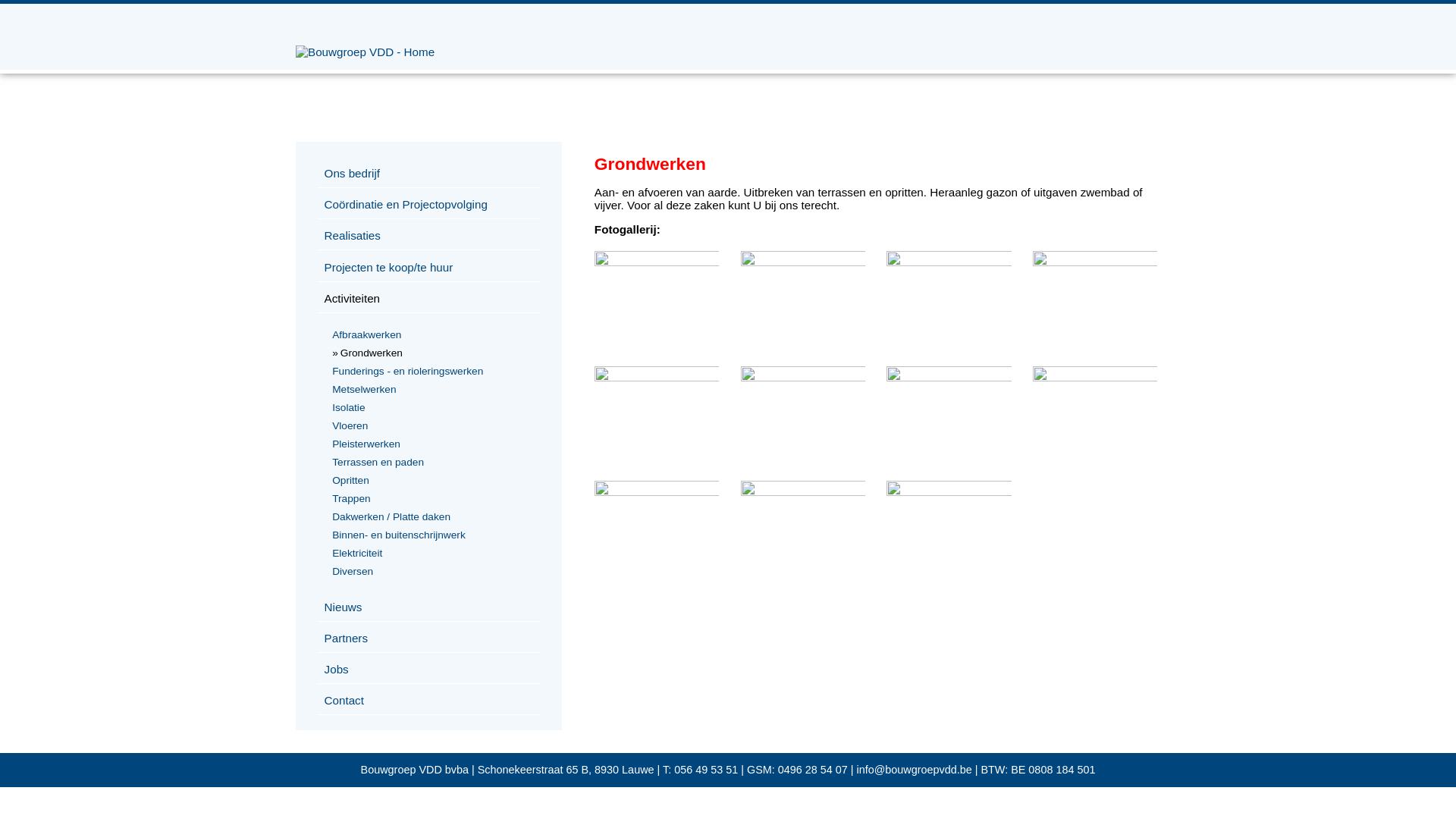  Describe the element at coordinates (428, 669) in the screenshot. I see `'Jobs'` at that location.